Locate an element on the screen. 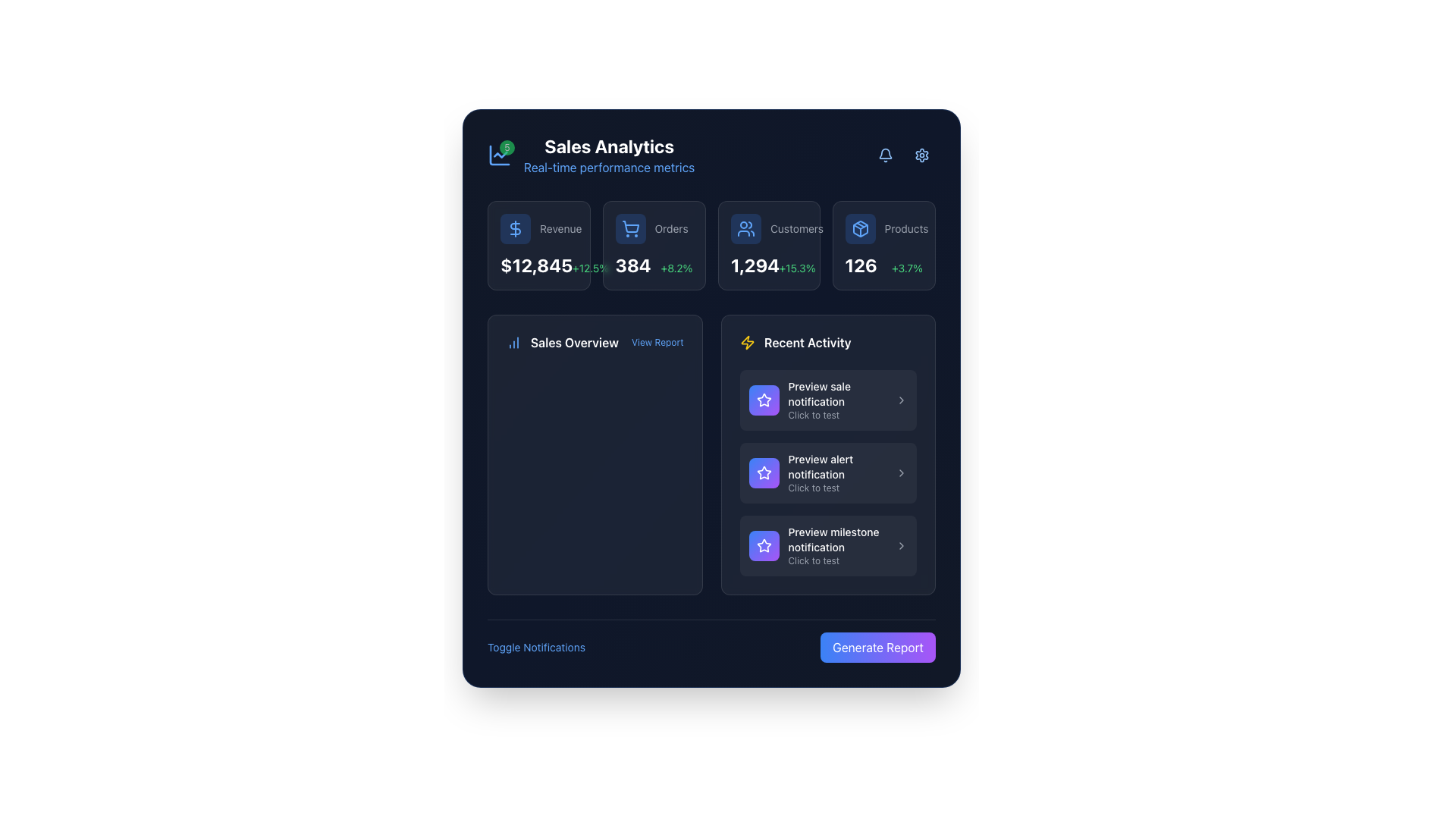 Image resolution: width=1456 pixels, height=819 pixels. the text label 'Customers' which is styled in a small muted gray font and located within the dark-themed interface, positioned to the right of the user icon in the overview area is located at coordinates (795, 228).